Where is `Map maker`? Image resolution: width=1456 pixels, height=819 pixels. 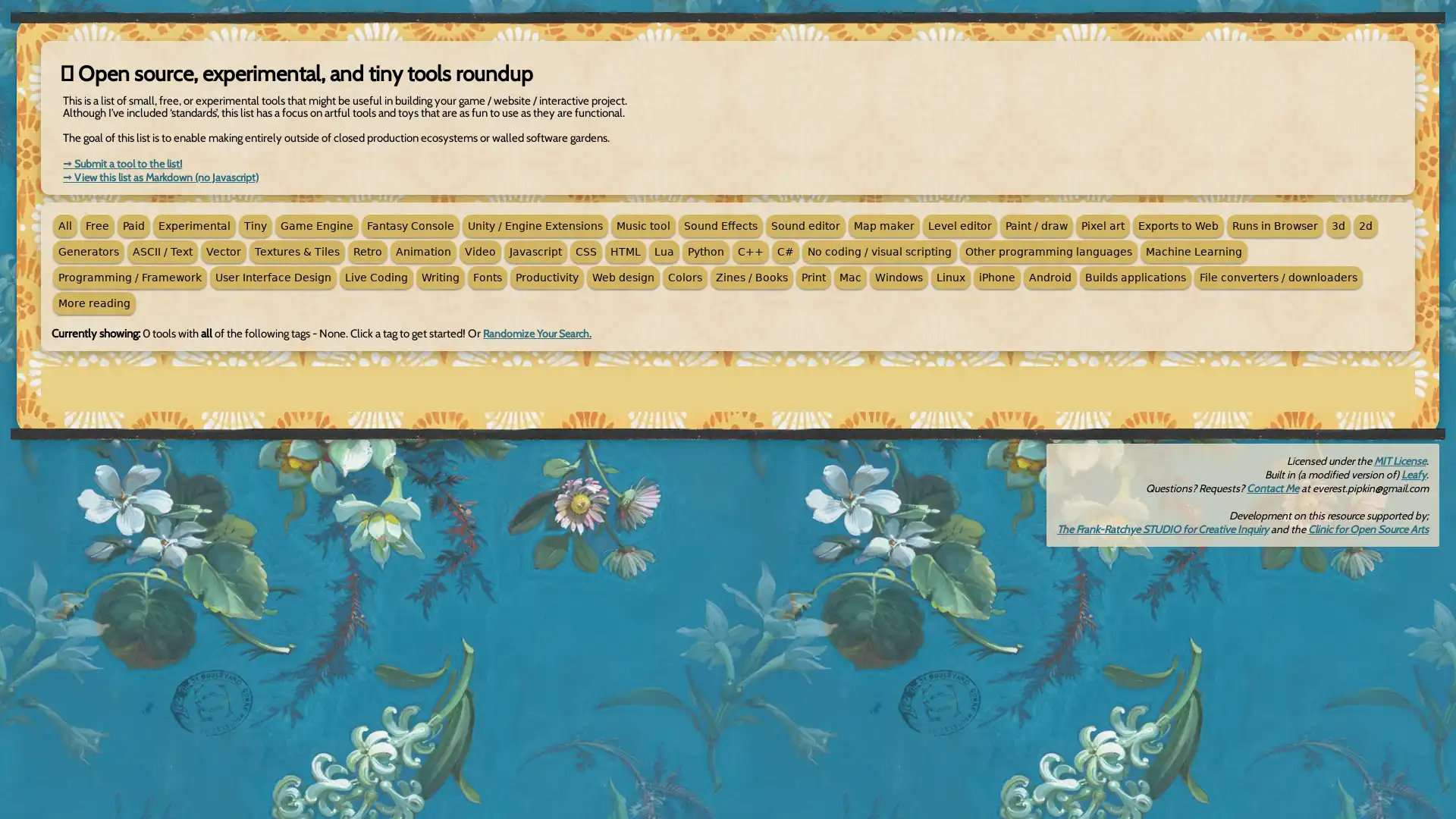 Map maker is located at coordinates (884, 225).